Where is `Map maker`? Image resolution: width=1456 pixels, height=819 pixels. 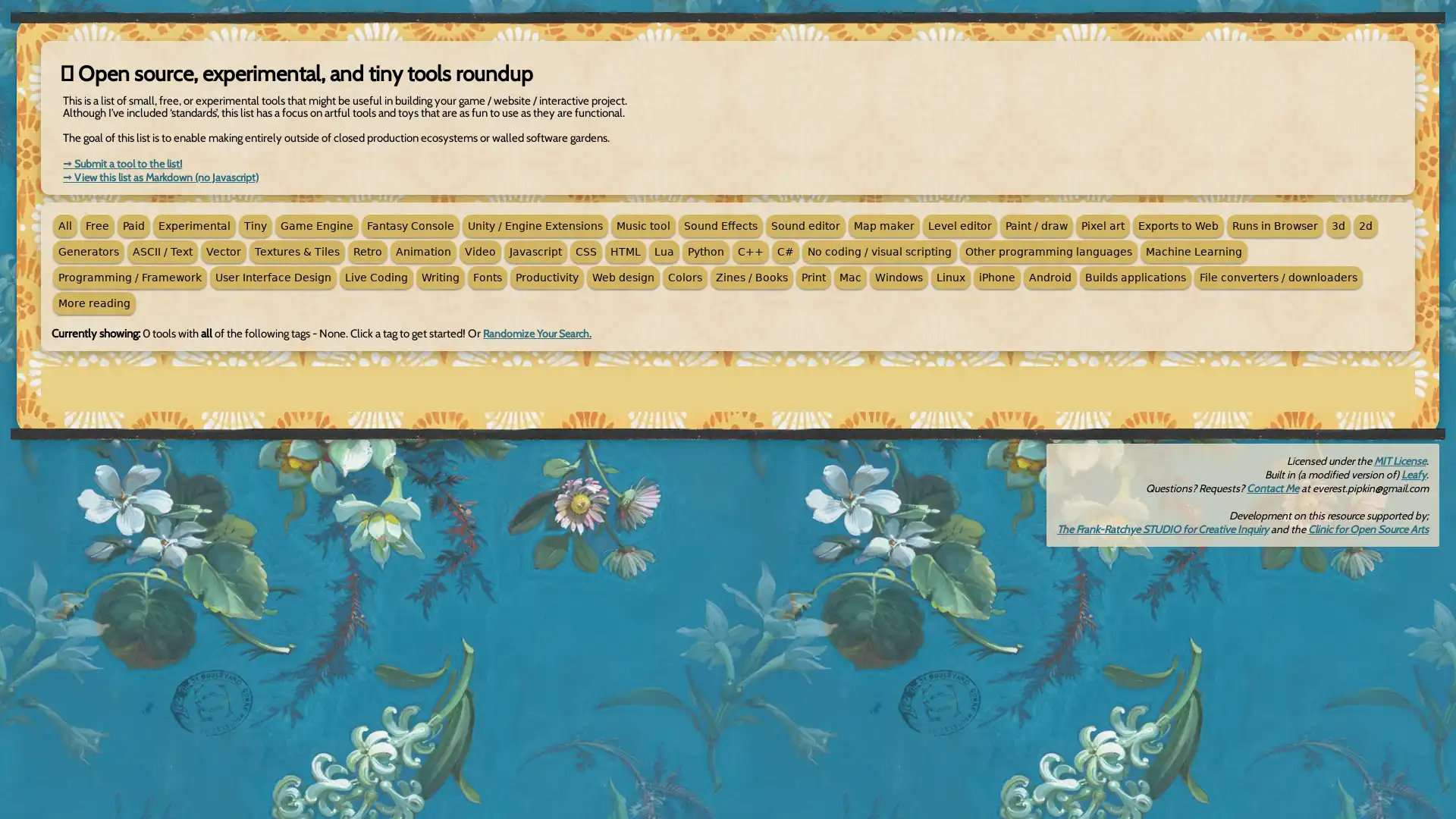 Map maker is located at coordinates (884, 225).